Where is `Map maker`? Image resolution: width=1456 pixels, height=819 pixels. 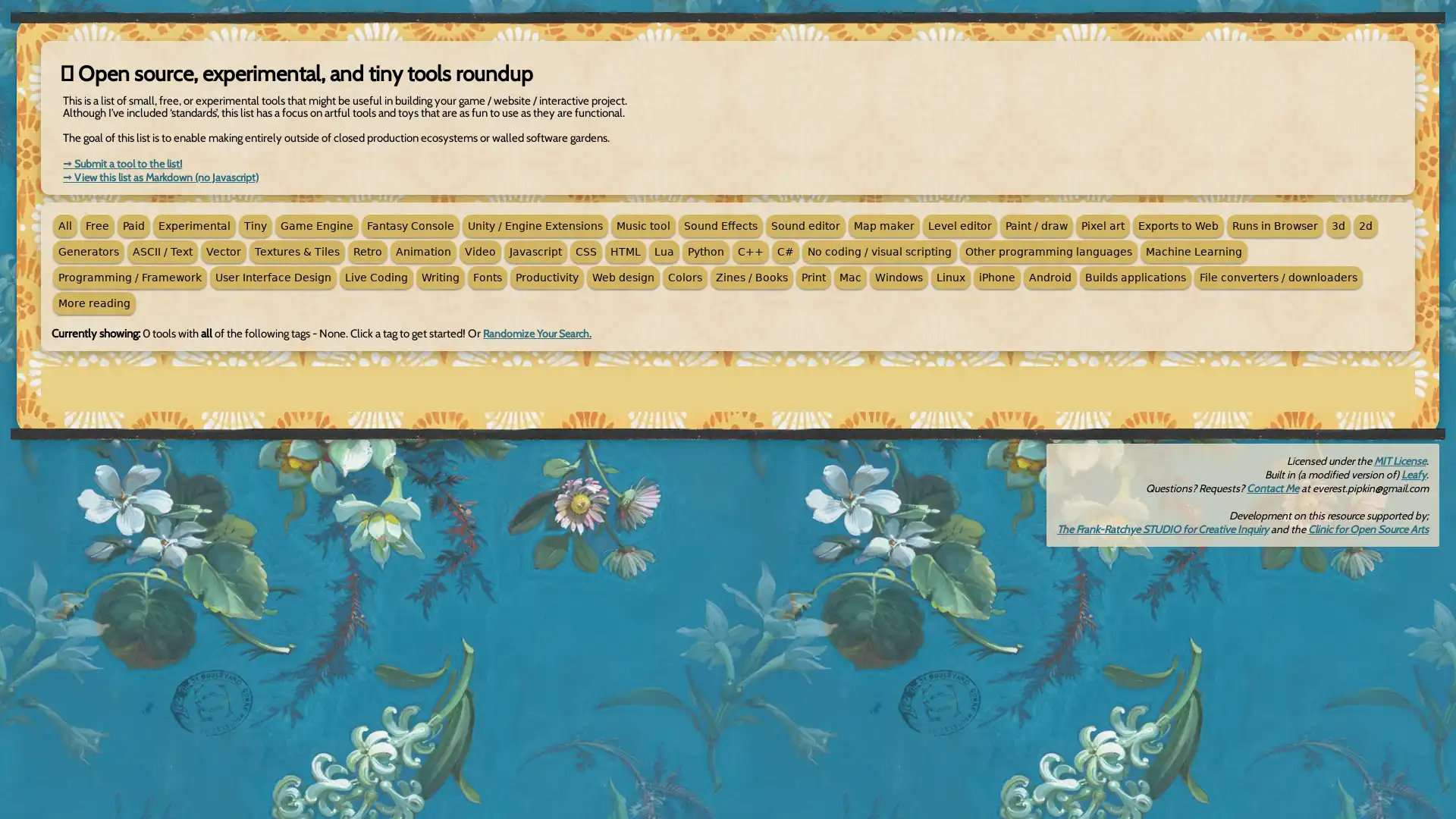 Map maker is located at coordinates (884, 225).